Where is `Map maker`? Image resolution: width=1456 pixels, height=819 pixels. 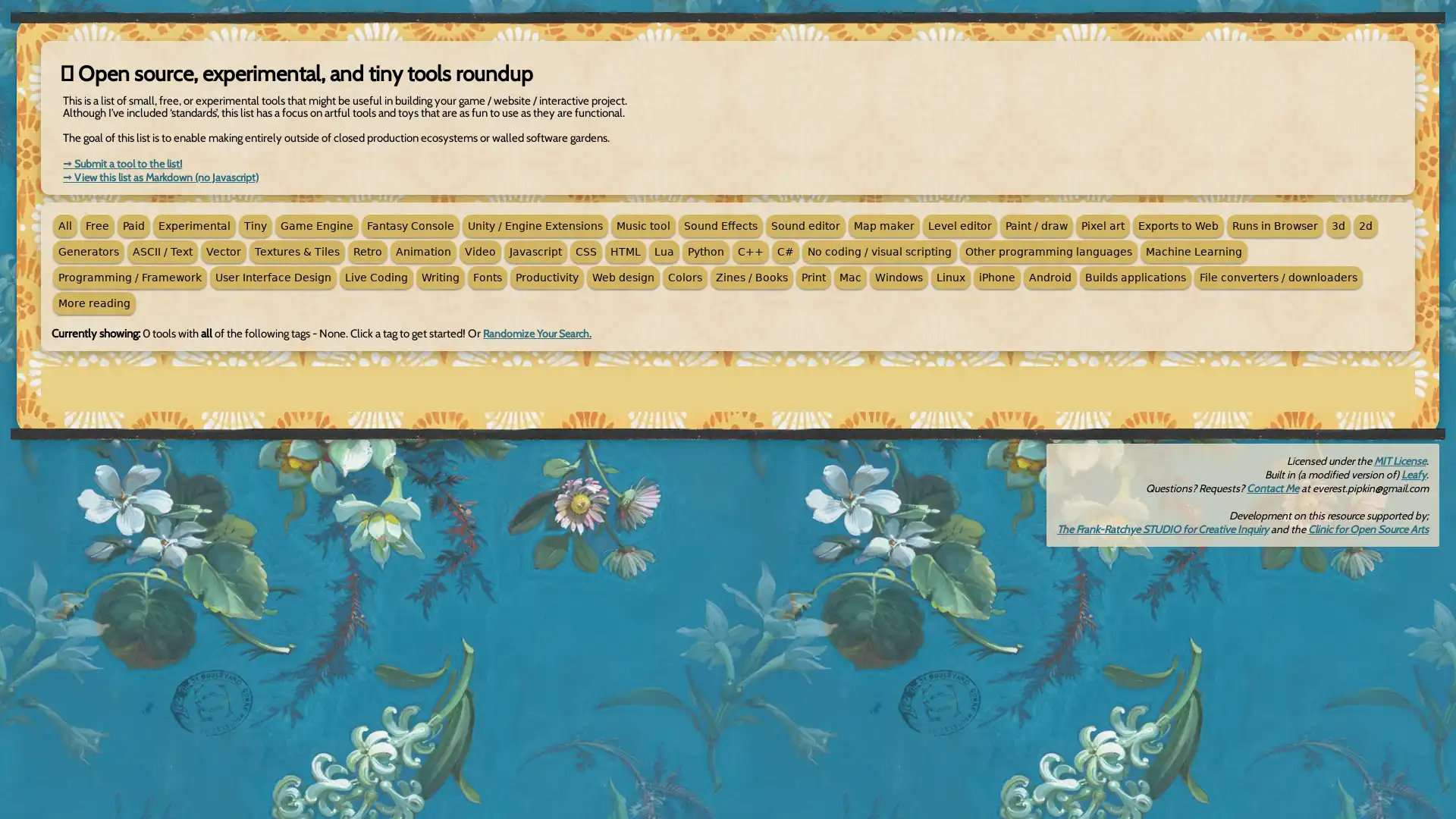 Map maker is located at coordinates (884, 225).